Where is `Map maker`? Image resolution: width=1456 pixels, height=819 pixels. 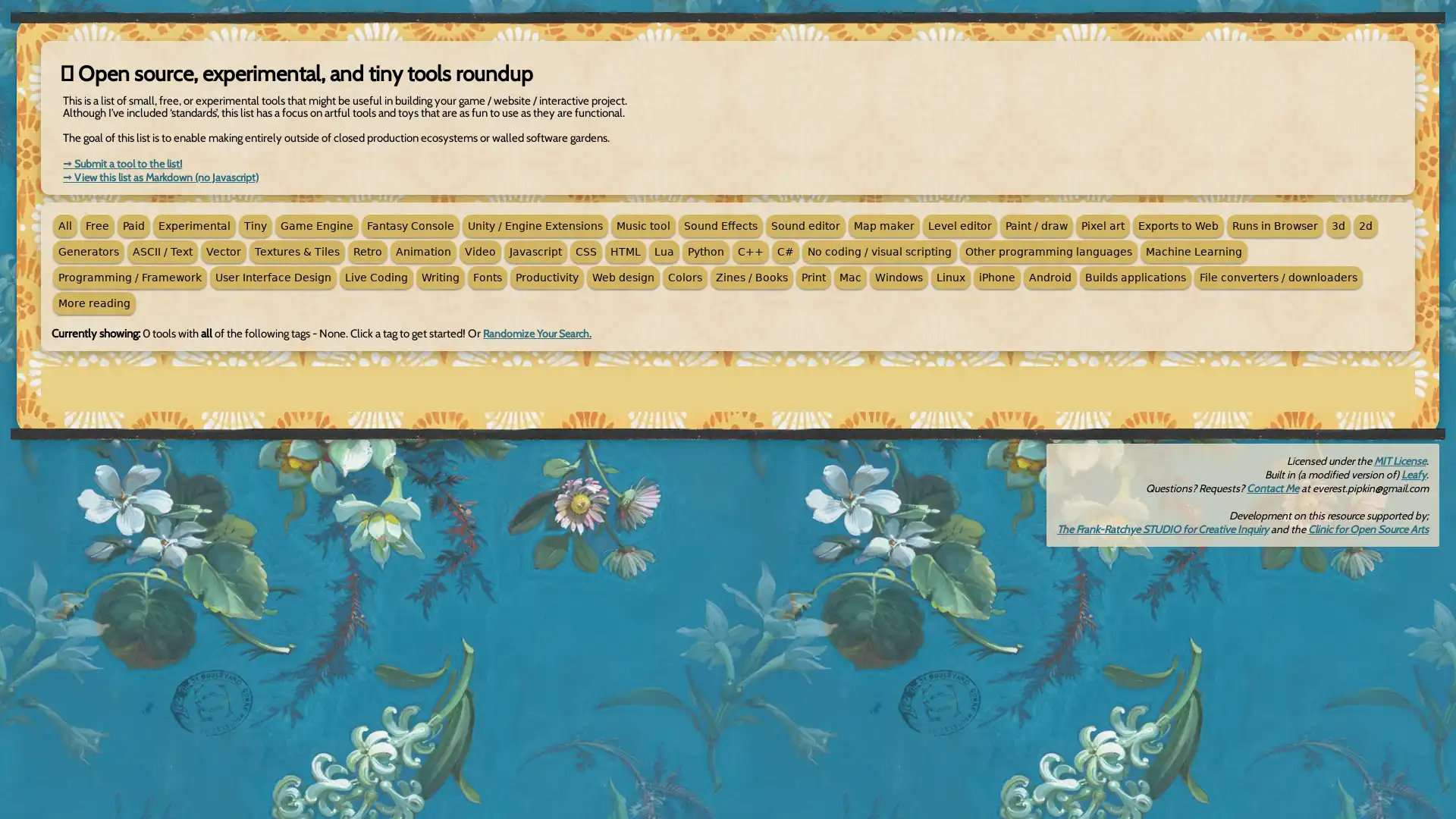 Map maker is located at coordinates (884, 225).